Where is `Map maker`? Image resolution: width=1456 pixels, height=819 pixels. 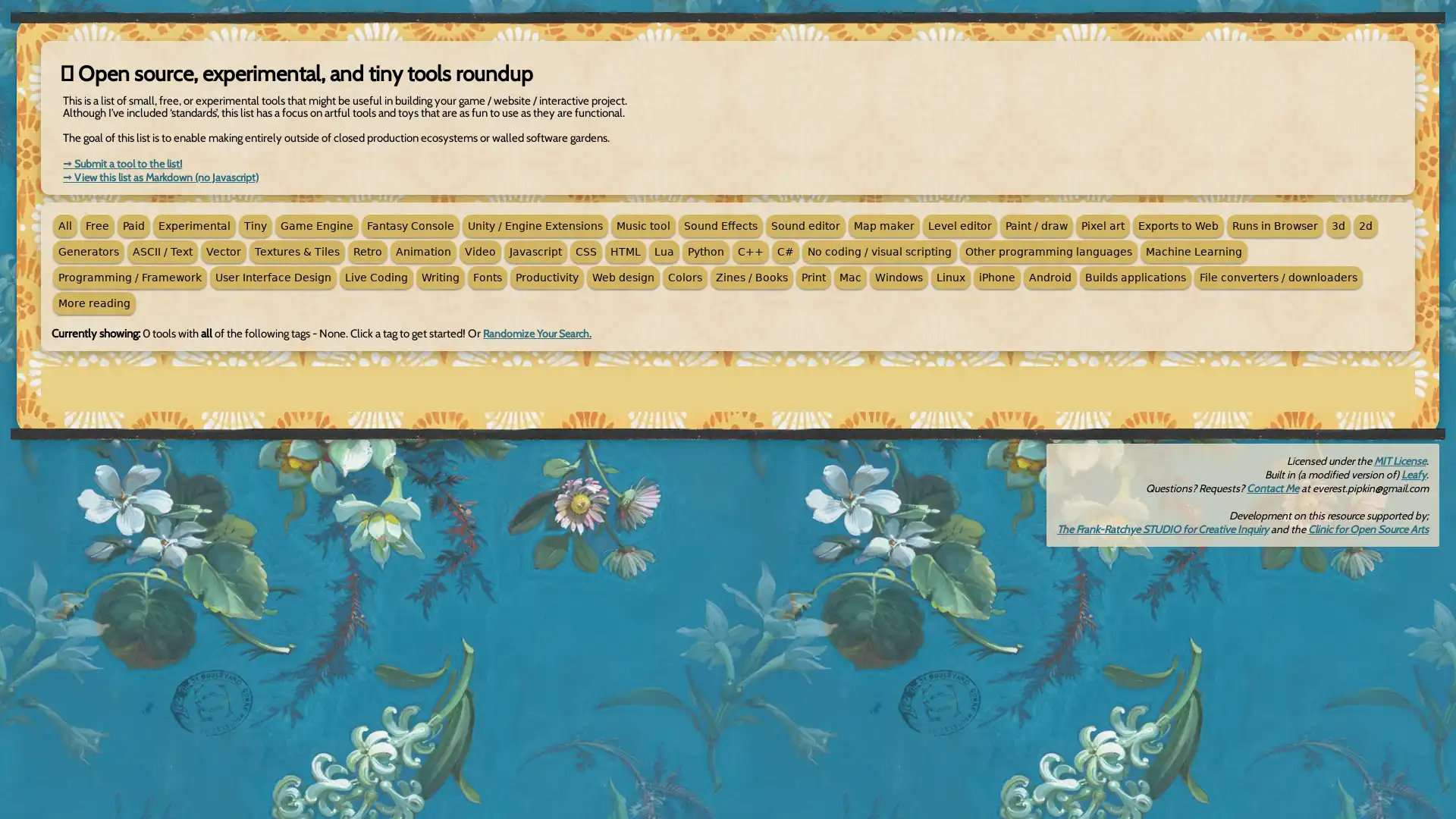 Map maker is located at coordinates (884, 225).